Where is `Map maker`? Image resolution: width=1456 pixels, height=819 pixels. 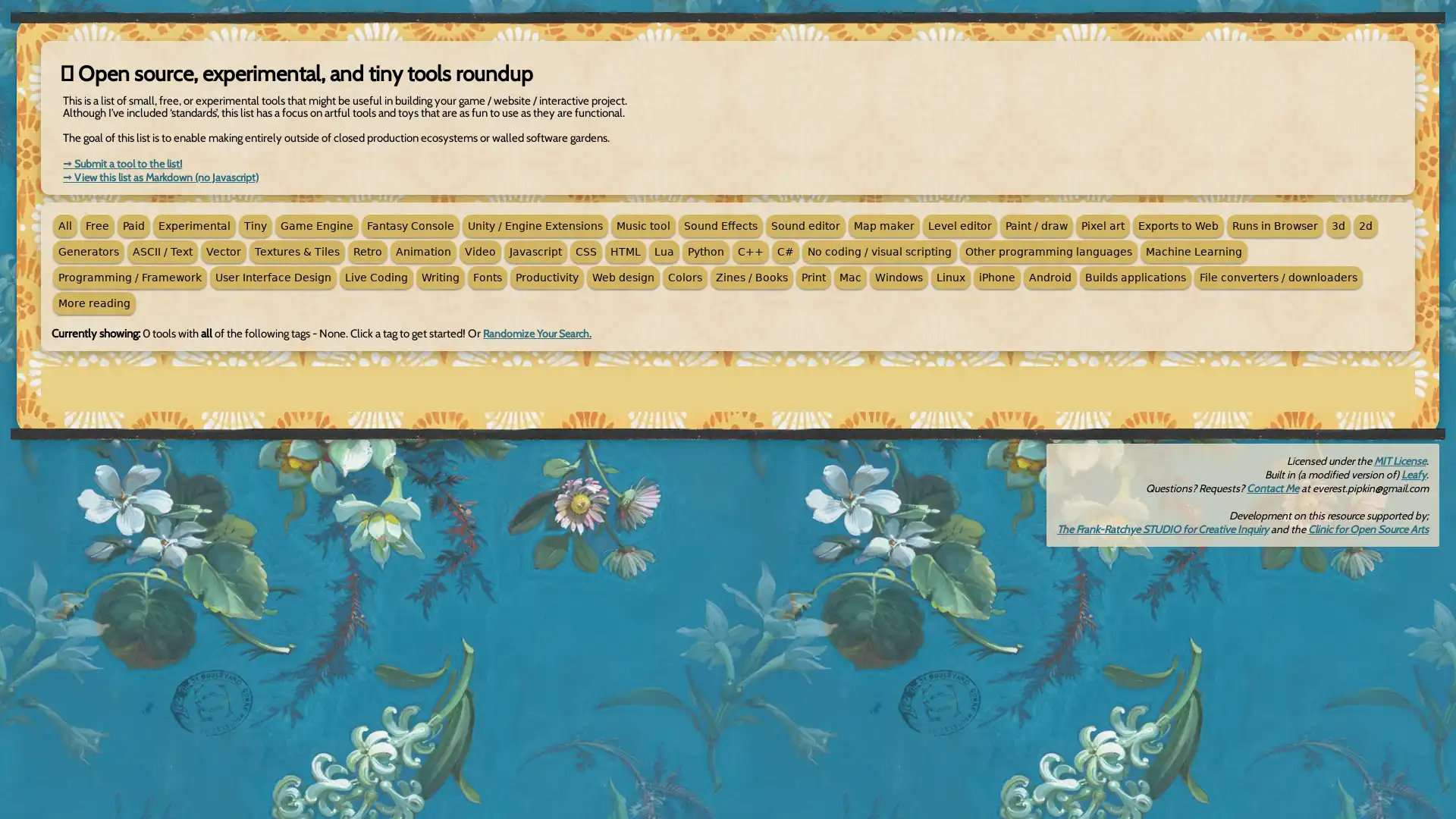 Map maker is located at coordinates (884, 225).